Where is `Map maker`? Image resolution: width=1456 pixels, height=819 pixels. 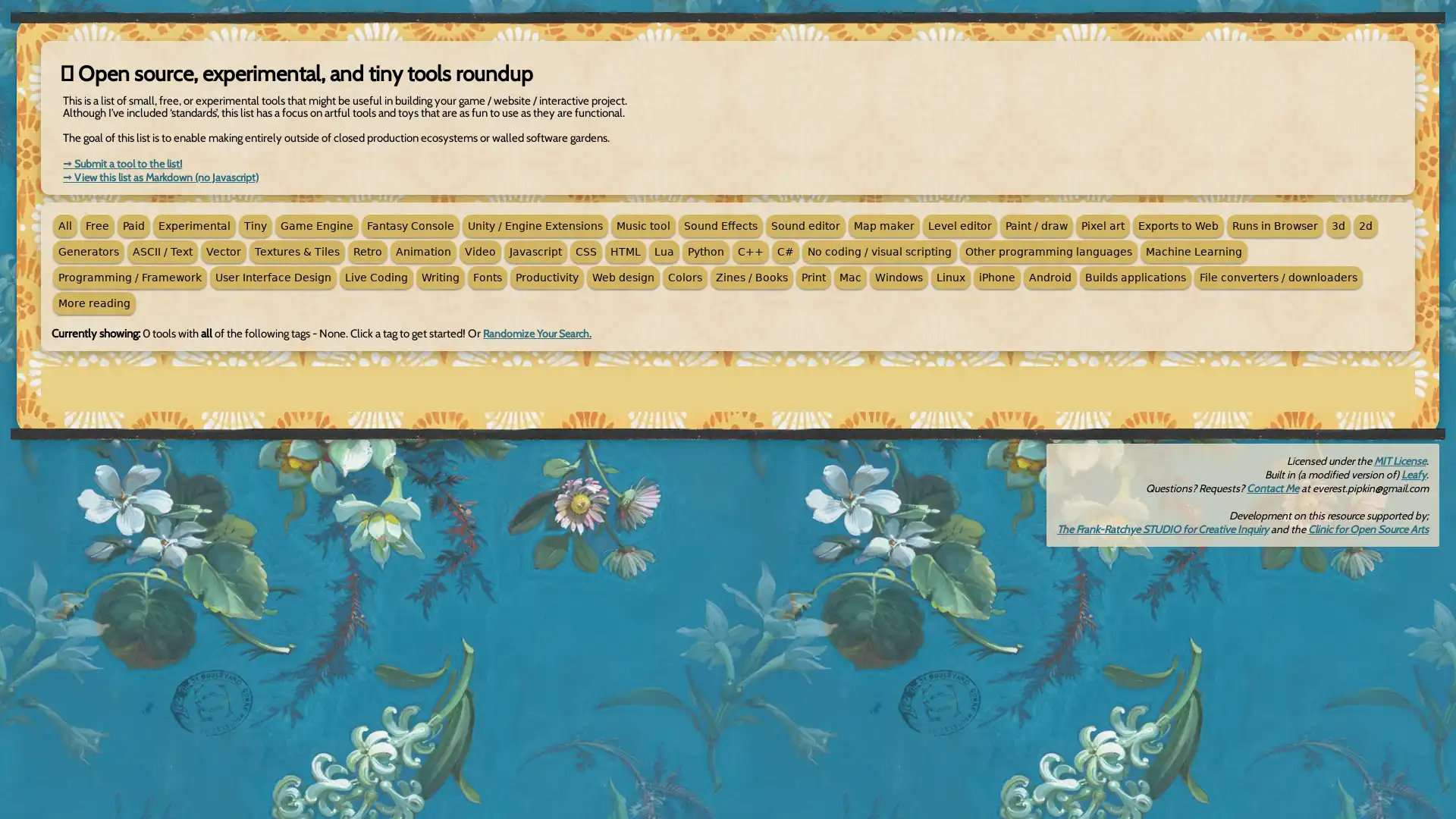 Map maker is located at coordinates (884, 225).